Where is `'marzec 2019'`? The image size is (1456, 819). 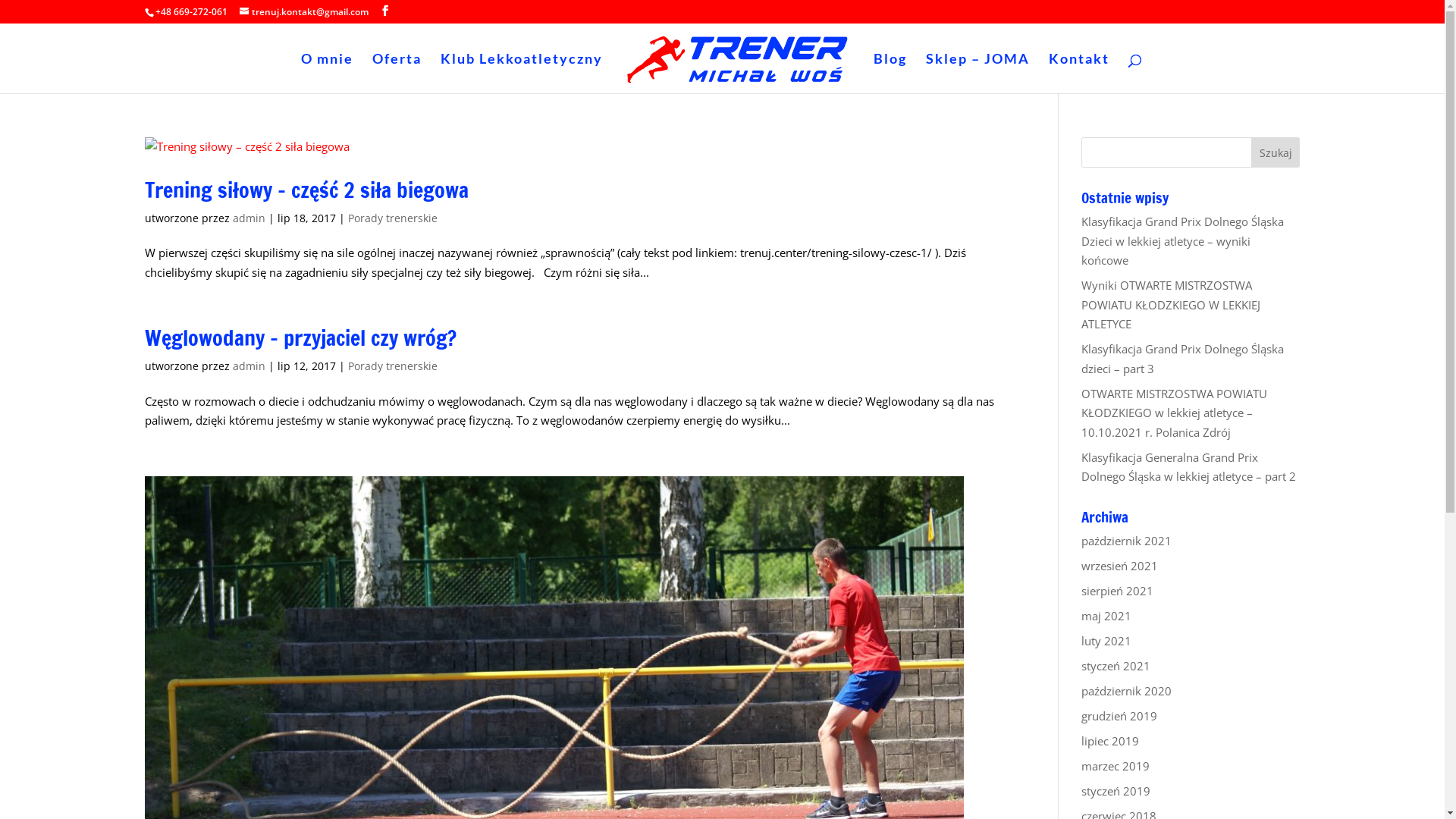 'marzec 2019' is located at coordinates (1115, 766).